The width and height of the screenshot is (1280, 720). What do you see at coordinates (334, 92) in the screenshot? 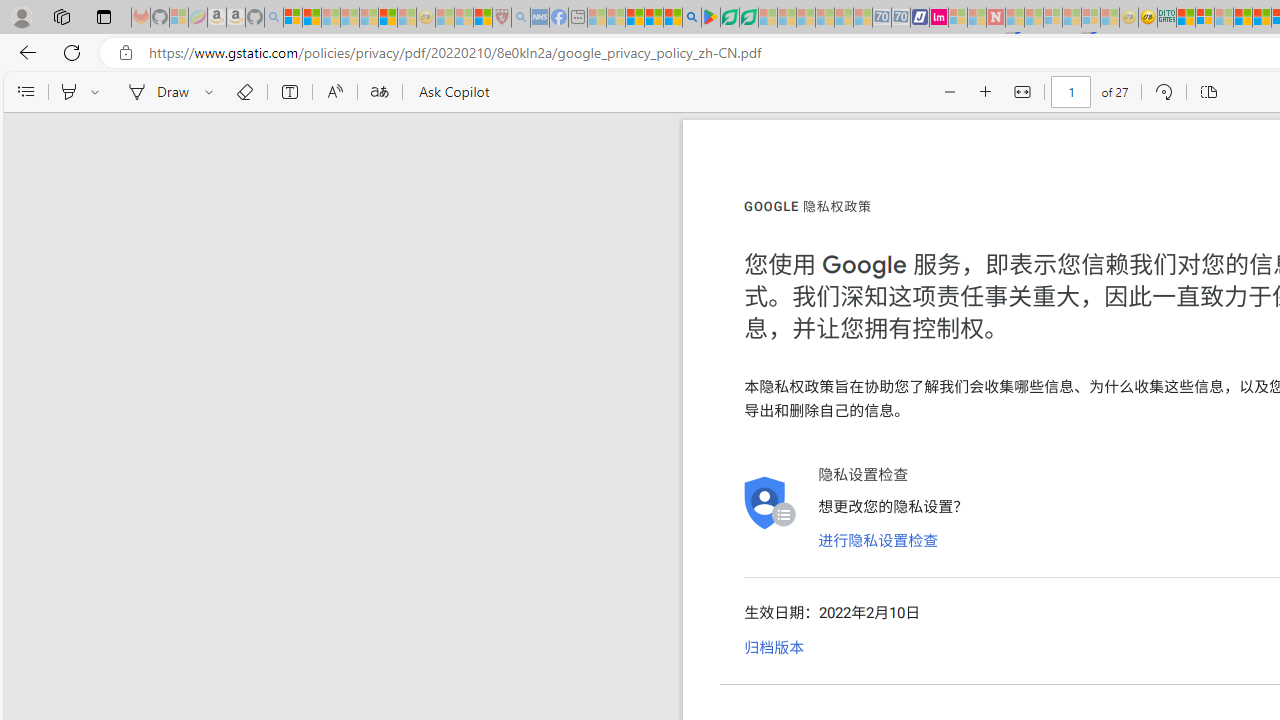
I see `'Read aloud'` at bounding box center [334, 92].